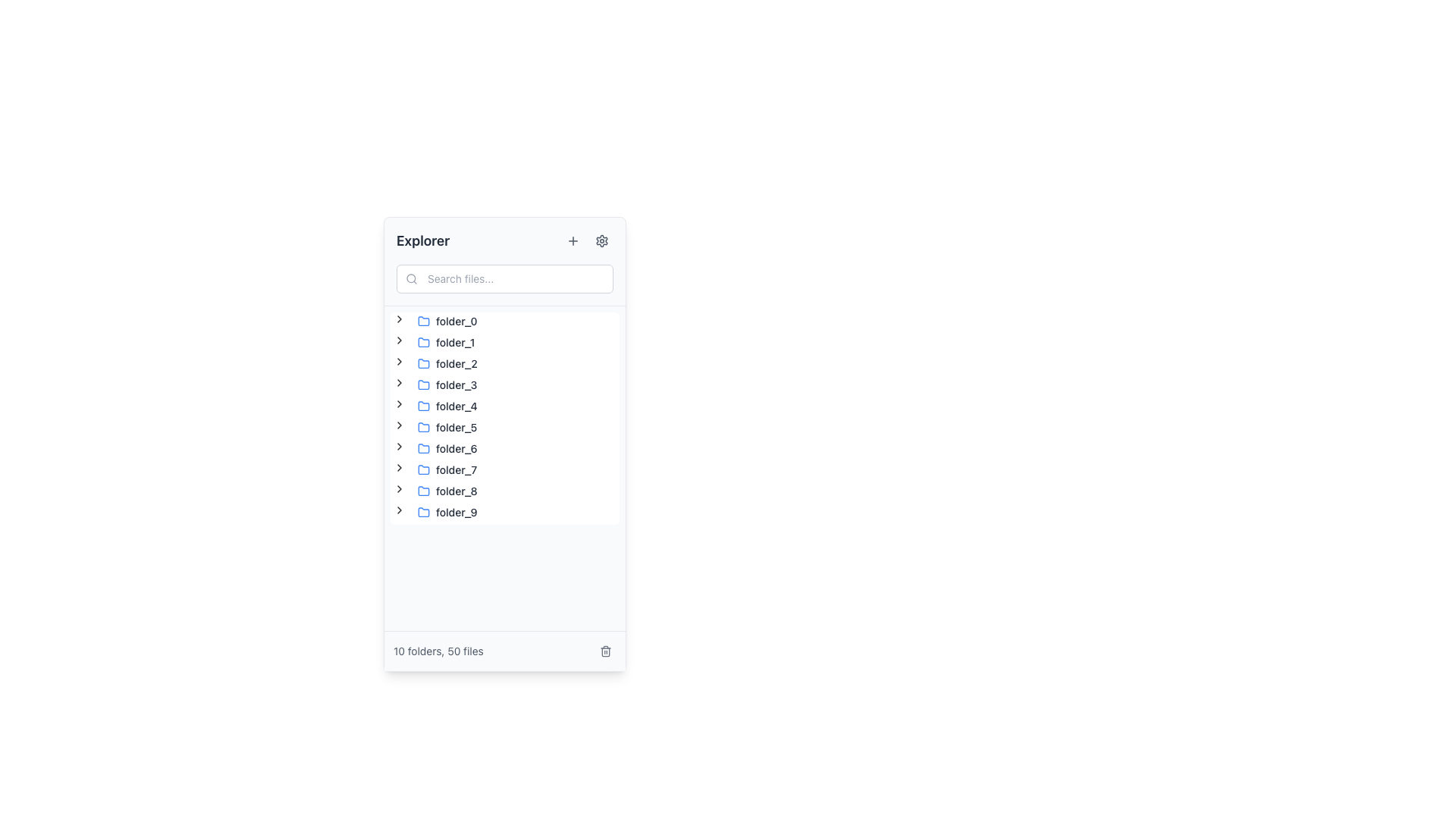 Image resolution: width=1456 pixels, height=819 pixels. Describe the element at coordinates (436, 363) in the screenshot. I see `the third folder item in the file navigator` at that location.